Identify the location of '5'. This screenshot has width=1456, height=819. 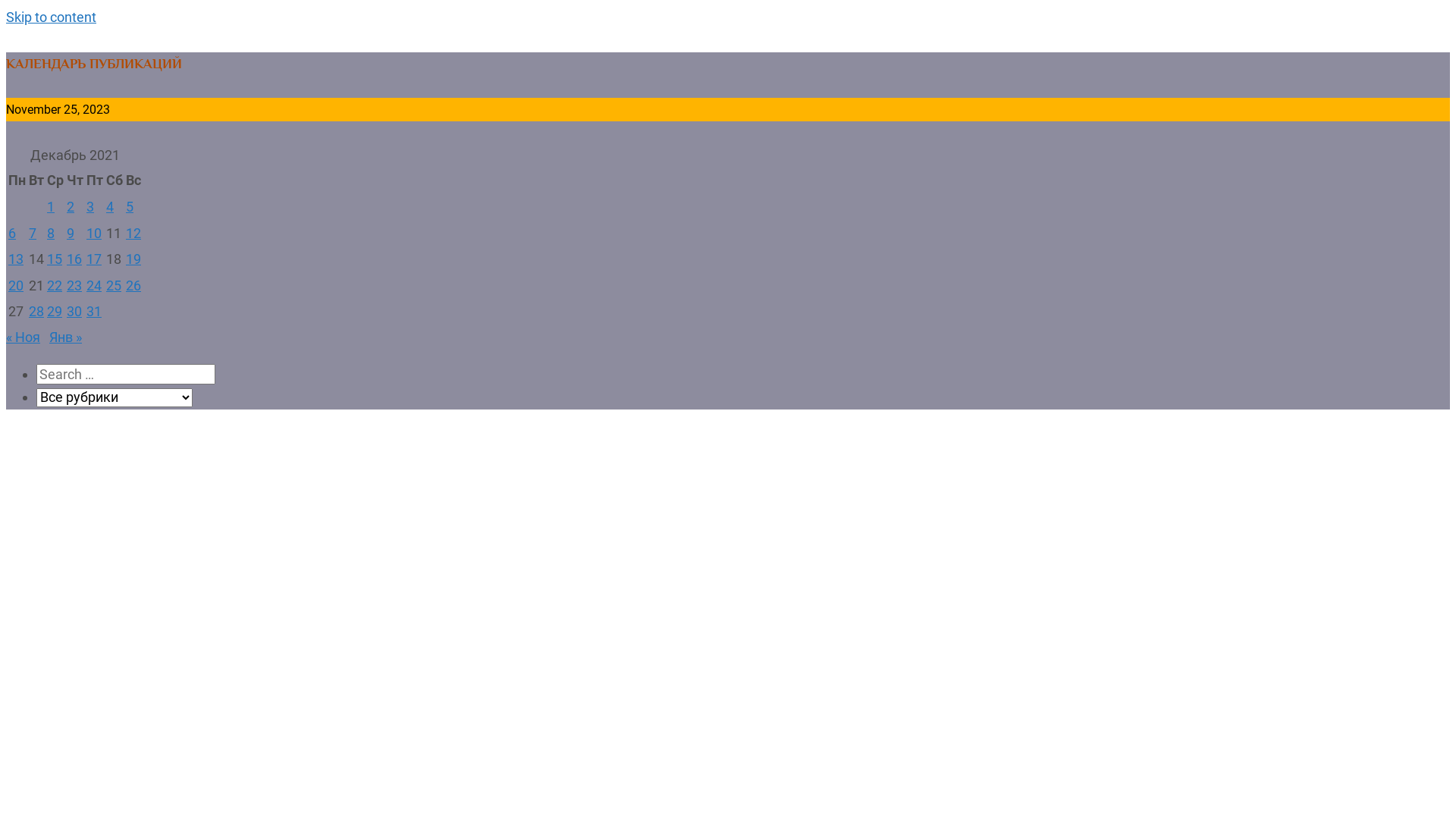
(130, 206).